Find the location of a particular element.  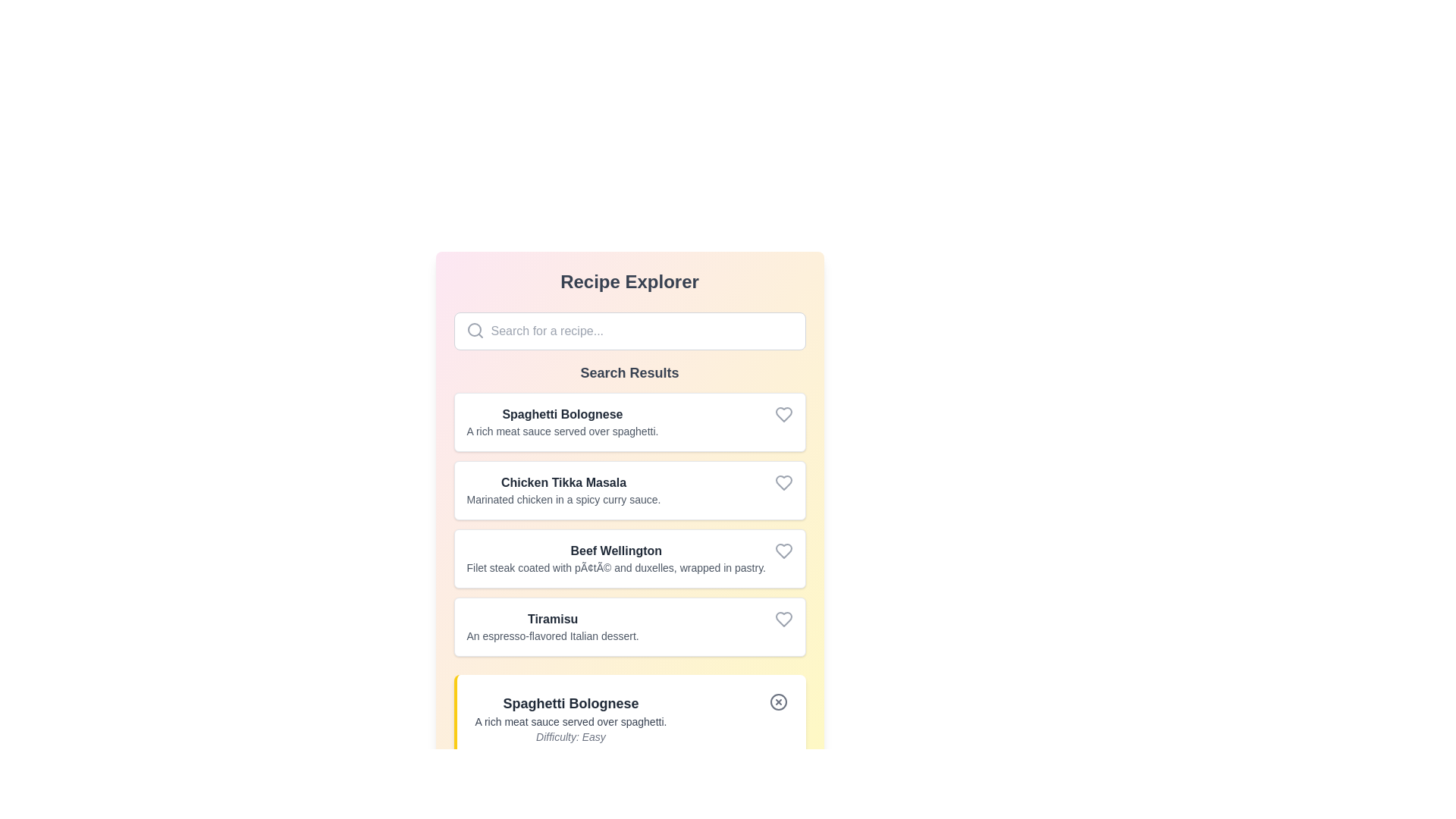

the second food item in the list of search results, which provides information about a dish and is located directly below the 'Spaghetti Bolognese' entry is located at coordinates (563, 491).